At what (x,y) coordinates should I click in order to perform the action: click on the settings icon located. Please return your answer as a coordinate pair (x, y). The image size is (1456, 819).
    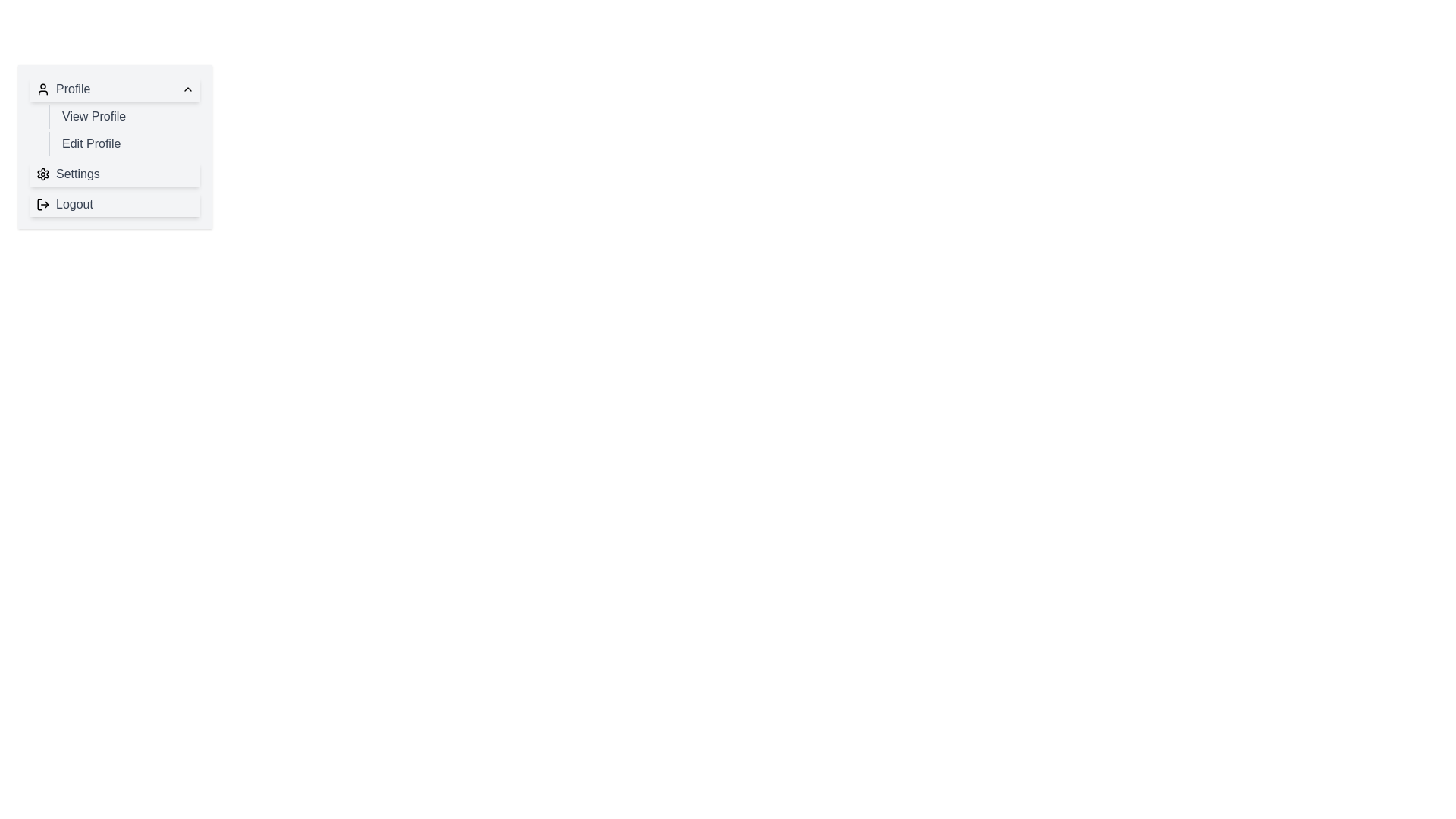
    Looking at the image, I should click on (43, 174).